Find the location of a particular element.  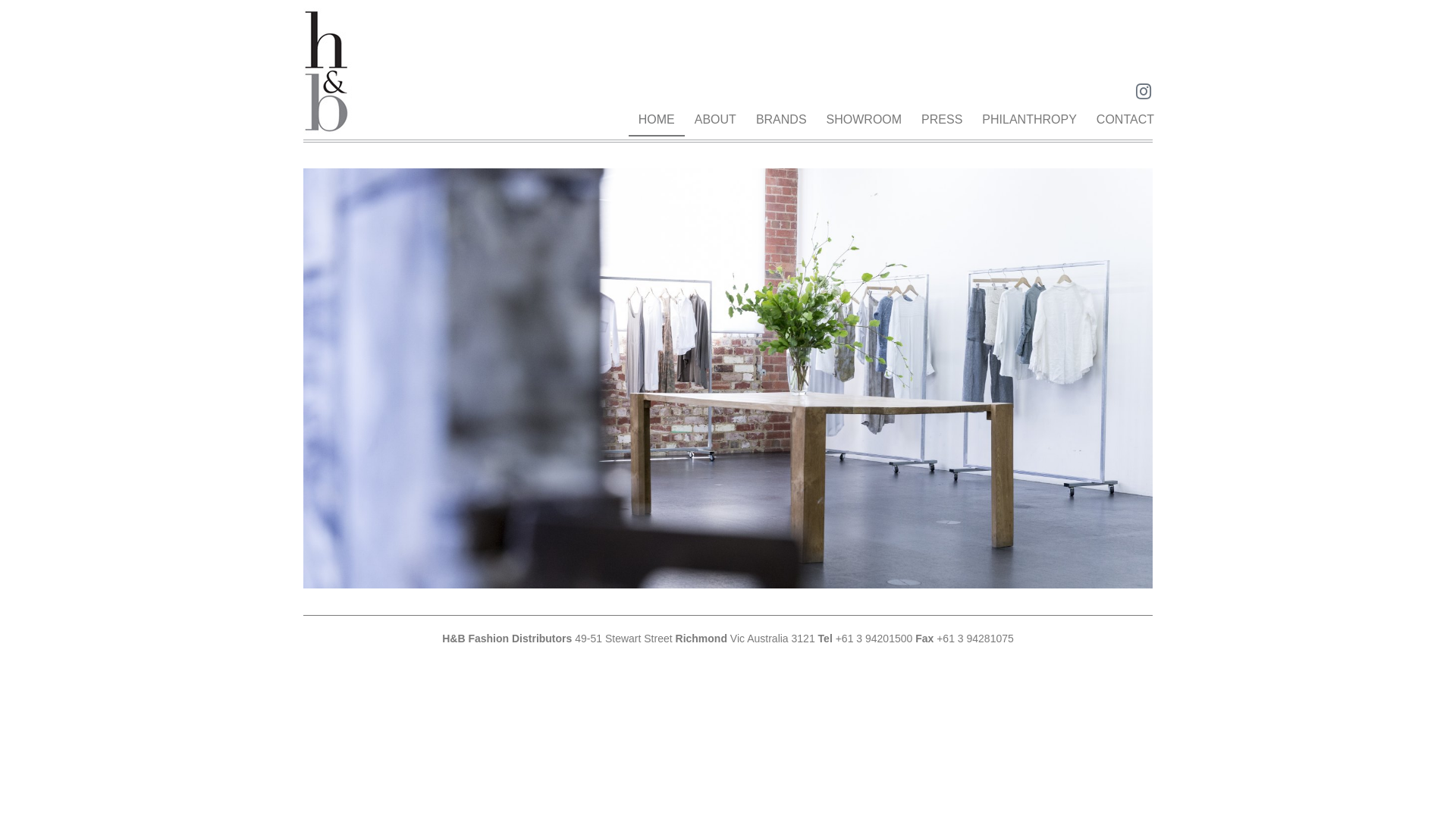

'CONTACT' is located at coordinates (1125, 119).